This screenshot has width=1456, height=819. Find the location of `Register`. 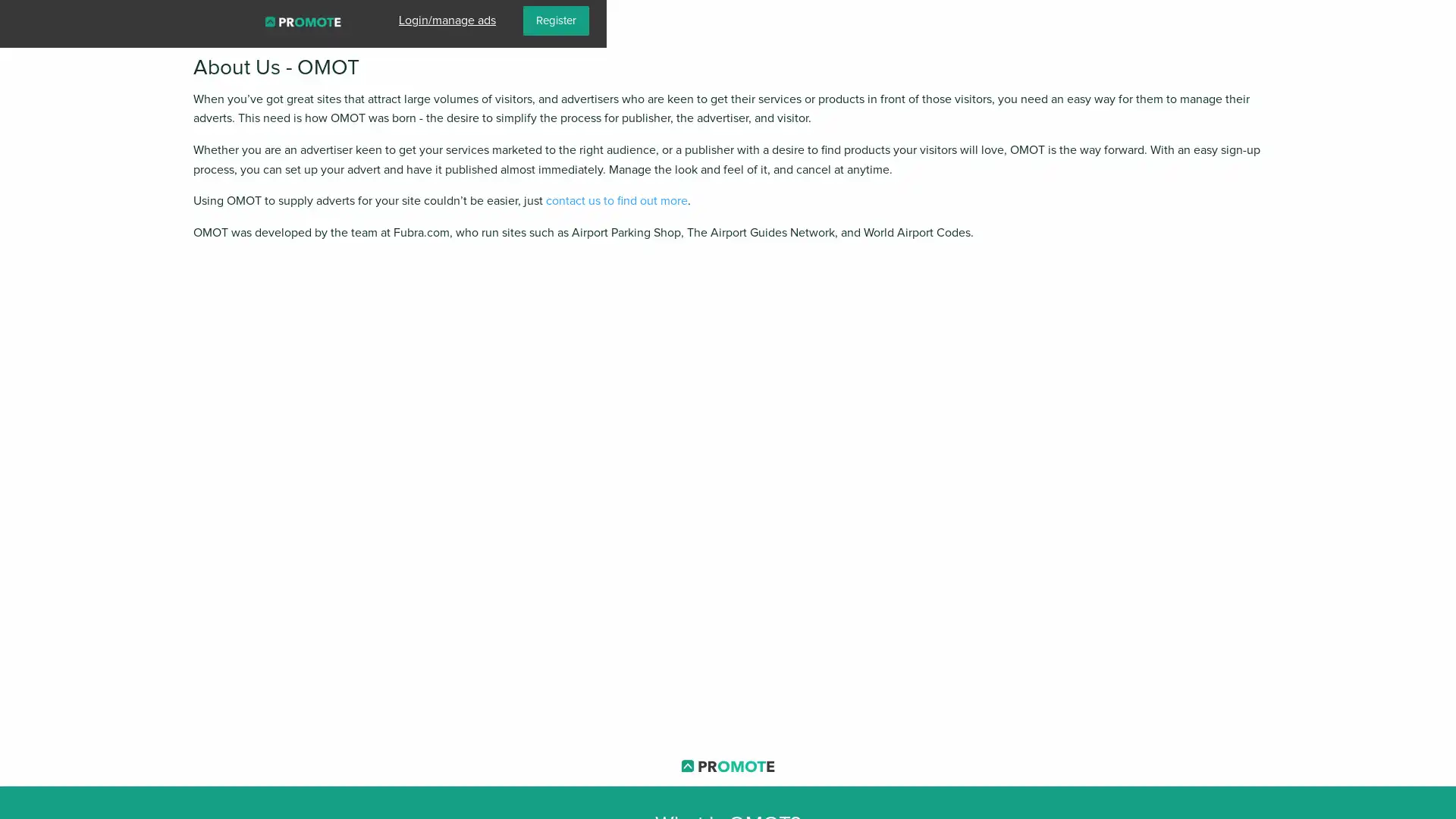

Register is located at coordinates (1404, 20).